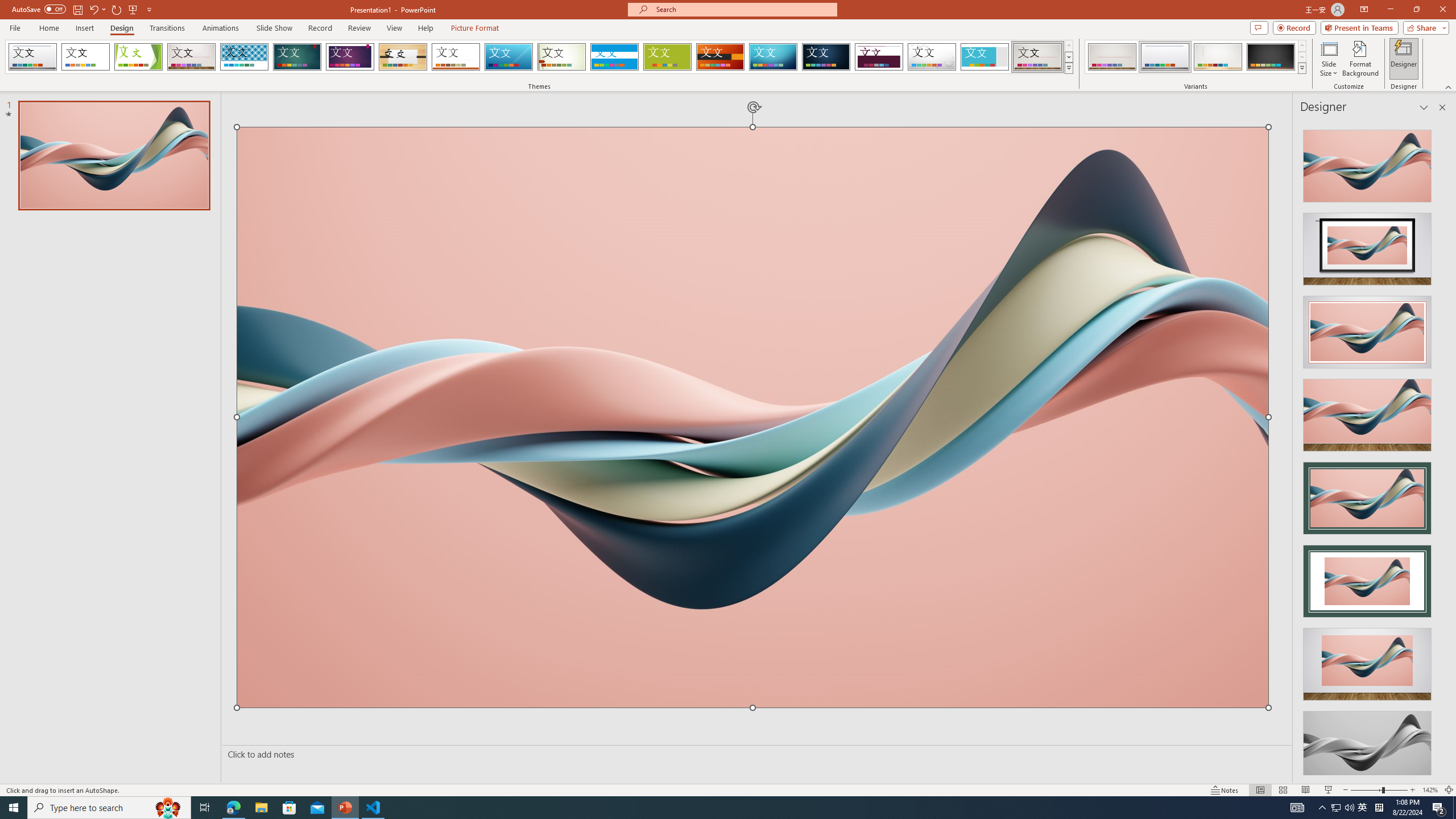  I want to click on 'Gallery Variant 2', so click(1164, 56).